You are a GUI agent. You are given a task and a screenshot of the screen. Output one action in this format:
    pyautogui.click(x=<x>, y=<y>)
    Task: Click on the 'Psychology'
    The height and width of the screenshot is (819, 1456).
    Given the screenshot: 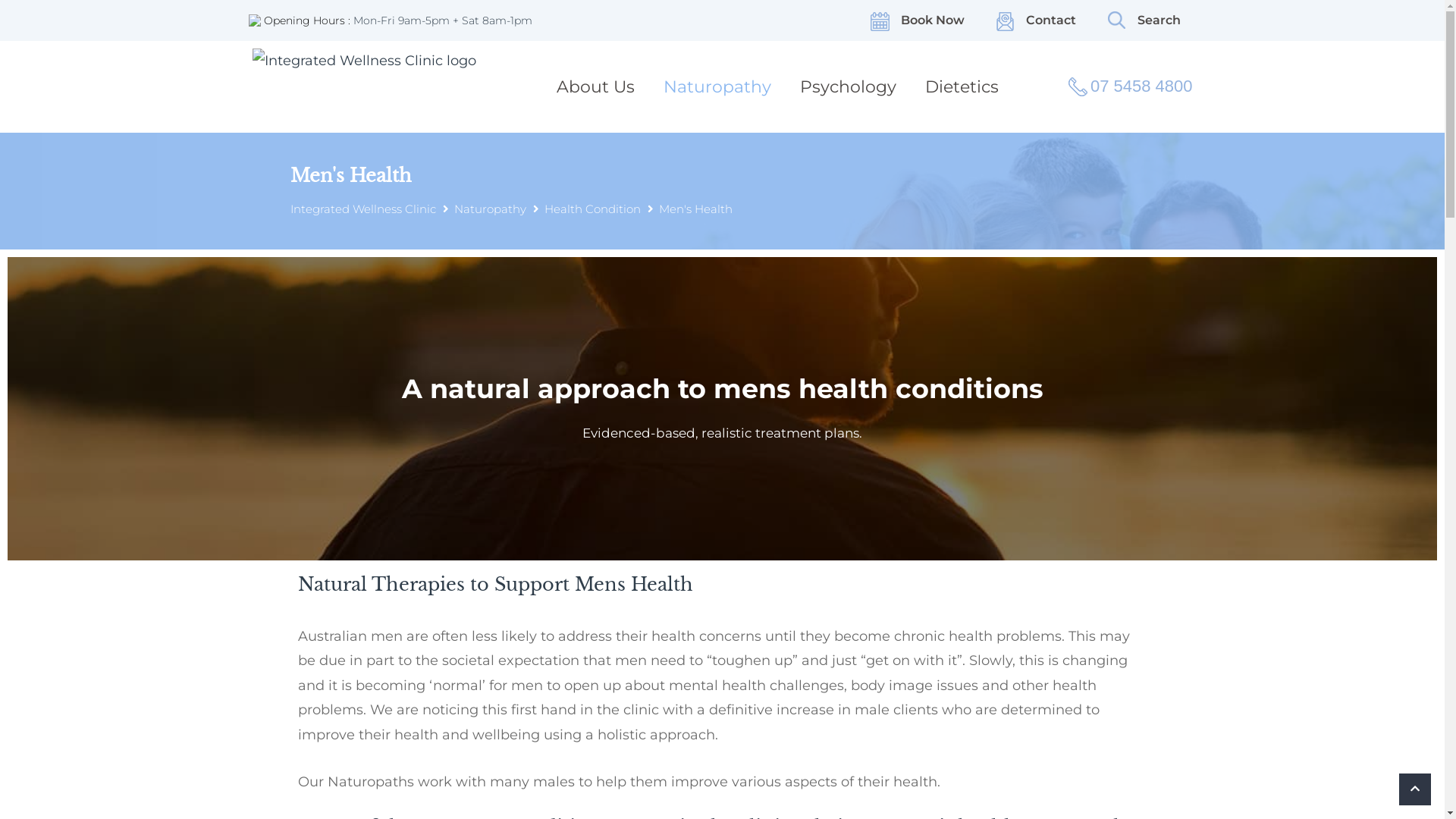 What is the action you would take?
    pyautogui.click(x=792, y=86)
    